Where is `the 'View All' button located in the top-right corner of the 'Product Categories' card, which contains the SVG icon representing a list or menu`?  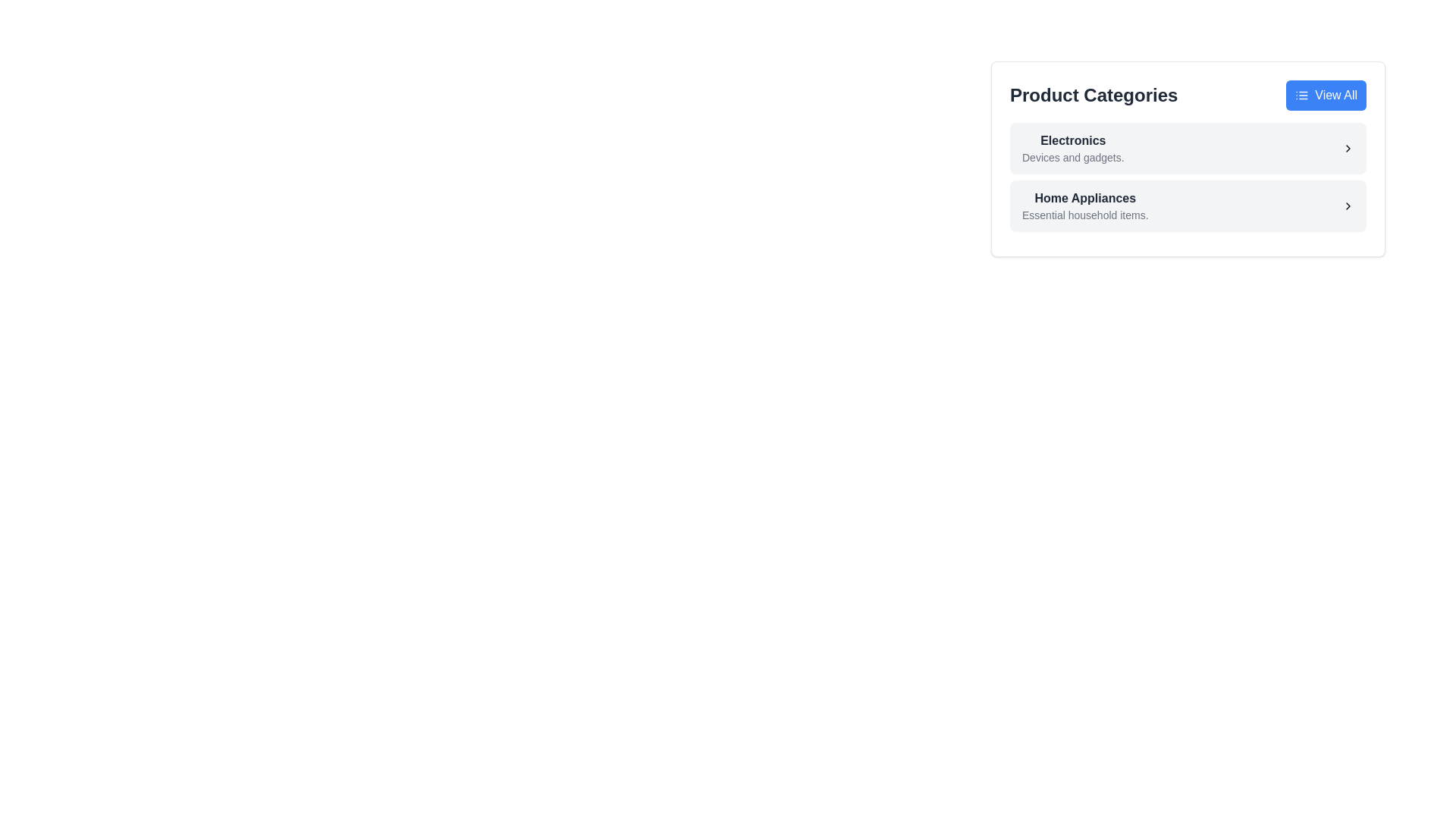 the 'View All' button located in the top-right corner of the 'Product Categories' card, which contains the SVG icon representing a list or menu is located at coordinates (1301, 96).